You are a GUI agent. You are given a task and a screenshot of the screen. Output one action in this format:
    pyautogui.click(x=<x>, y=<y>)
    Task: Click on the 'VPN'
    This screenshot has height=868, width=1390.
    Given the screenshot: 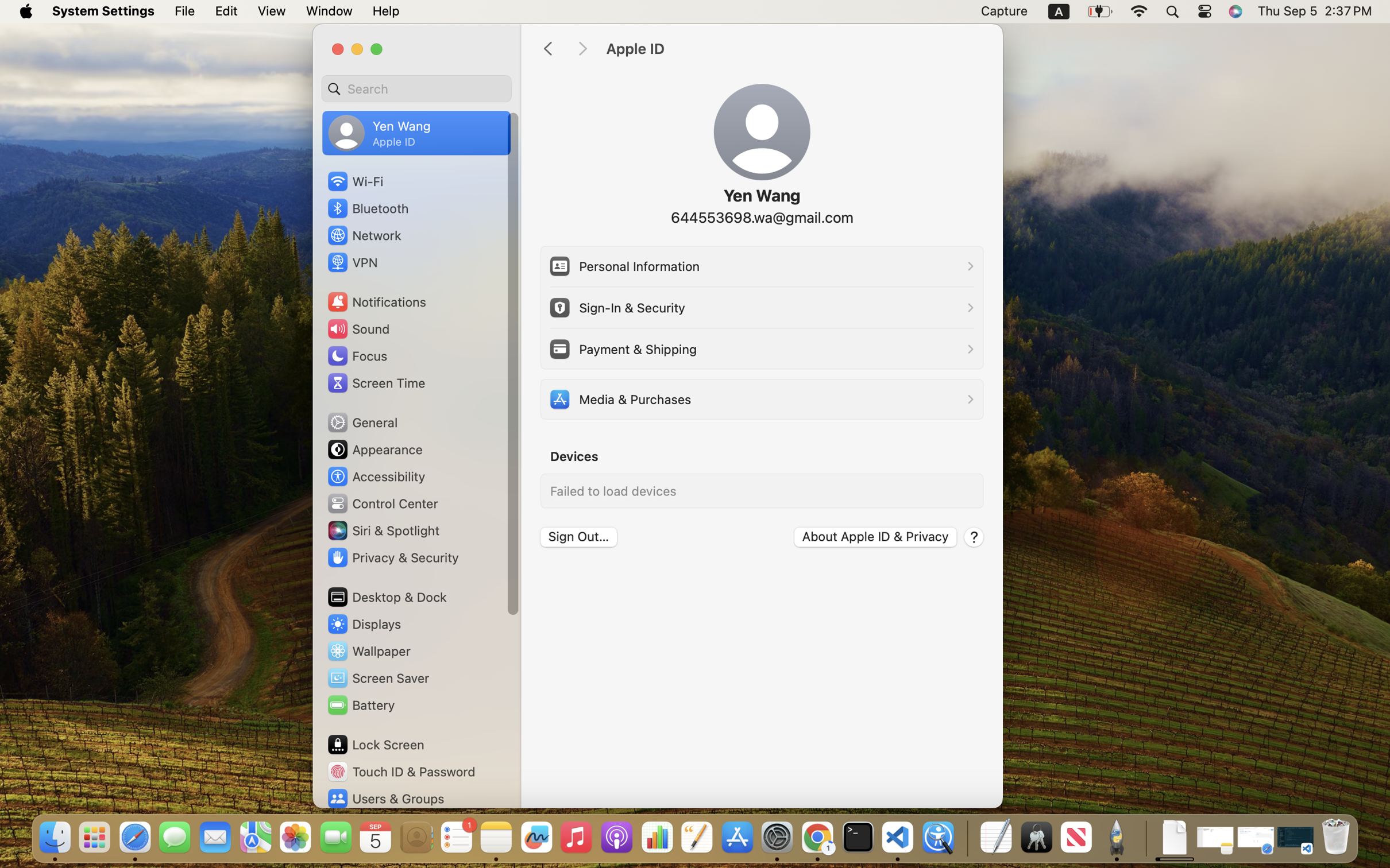 What is the action you would take?
    pyautogui.click(x=352, y=262)
    